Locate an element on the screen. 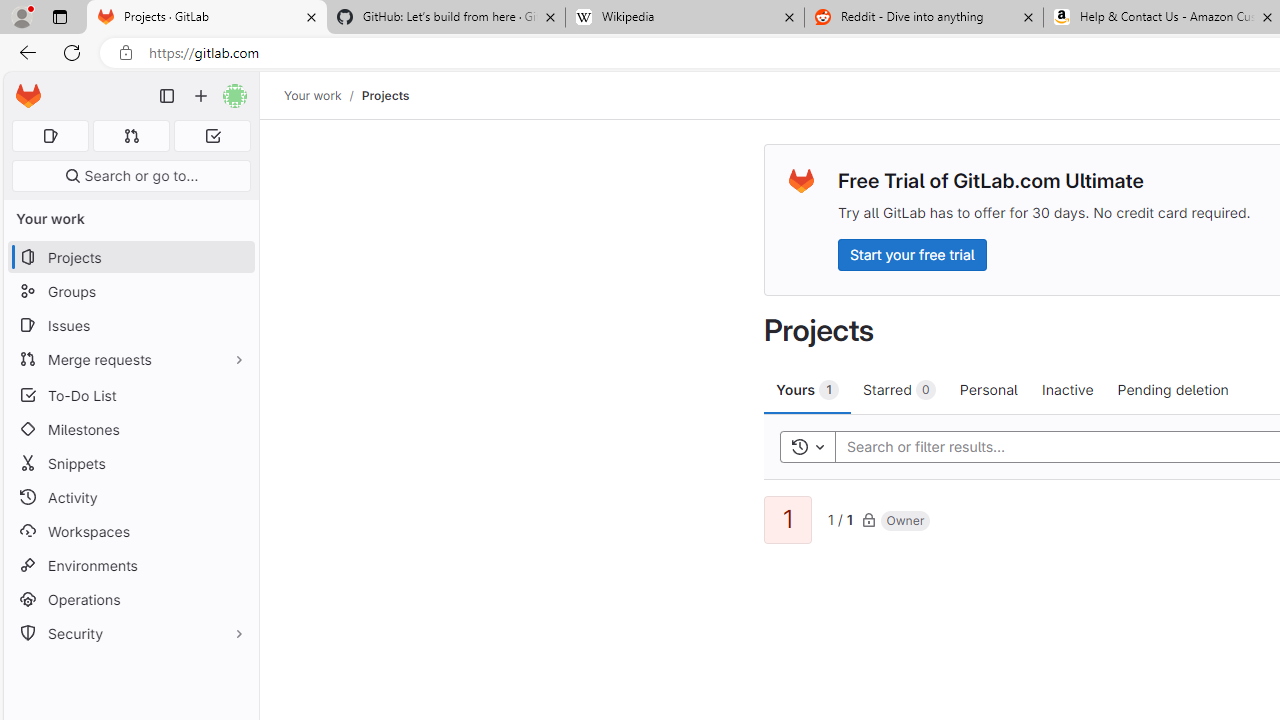 The width and height of the screenshot is (1280, 720). 'Personal' is located at coordinates (988, 389).